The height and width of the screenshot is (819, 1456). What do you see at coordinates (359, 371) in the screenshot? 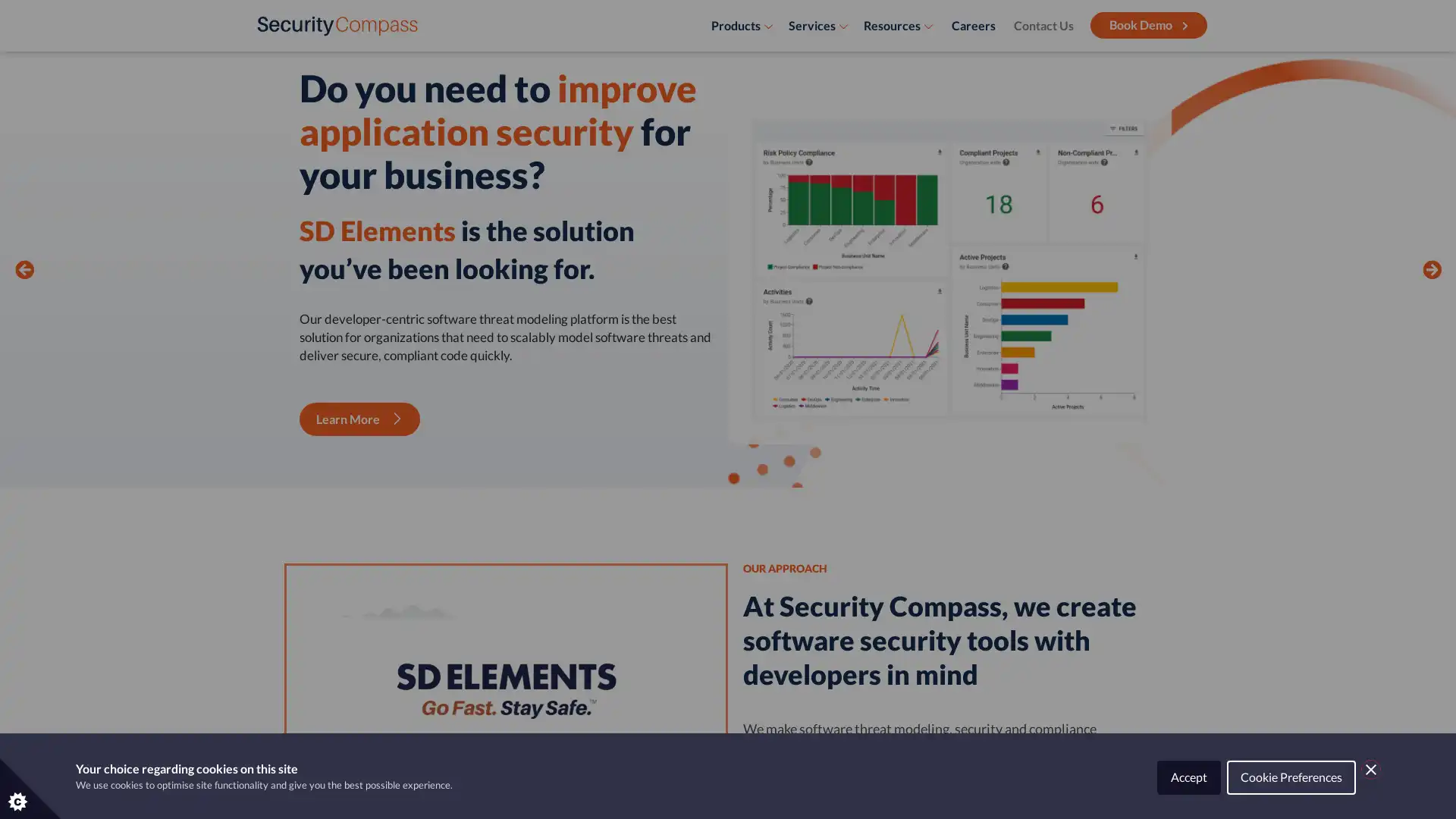
I see `Learn More` at bounding box center [359, 371].